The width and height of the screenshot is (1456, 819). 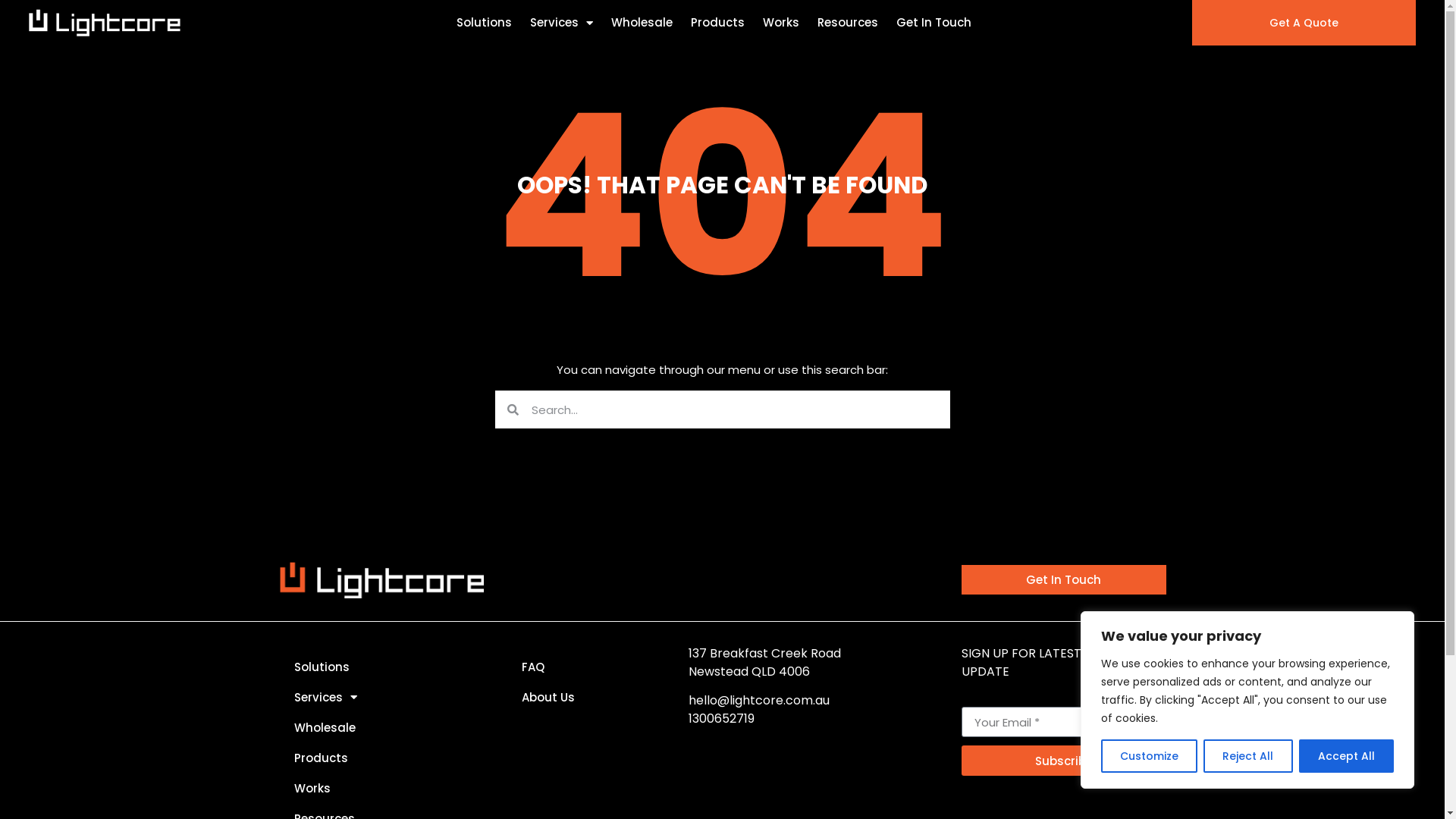 What do you see at coordinates (720, 717) in the screenshot?
I see `'1300652719'` at bounding box center [720, 717].